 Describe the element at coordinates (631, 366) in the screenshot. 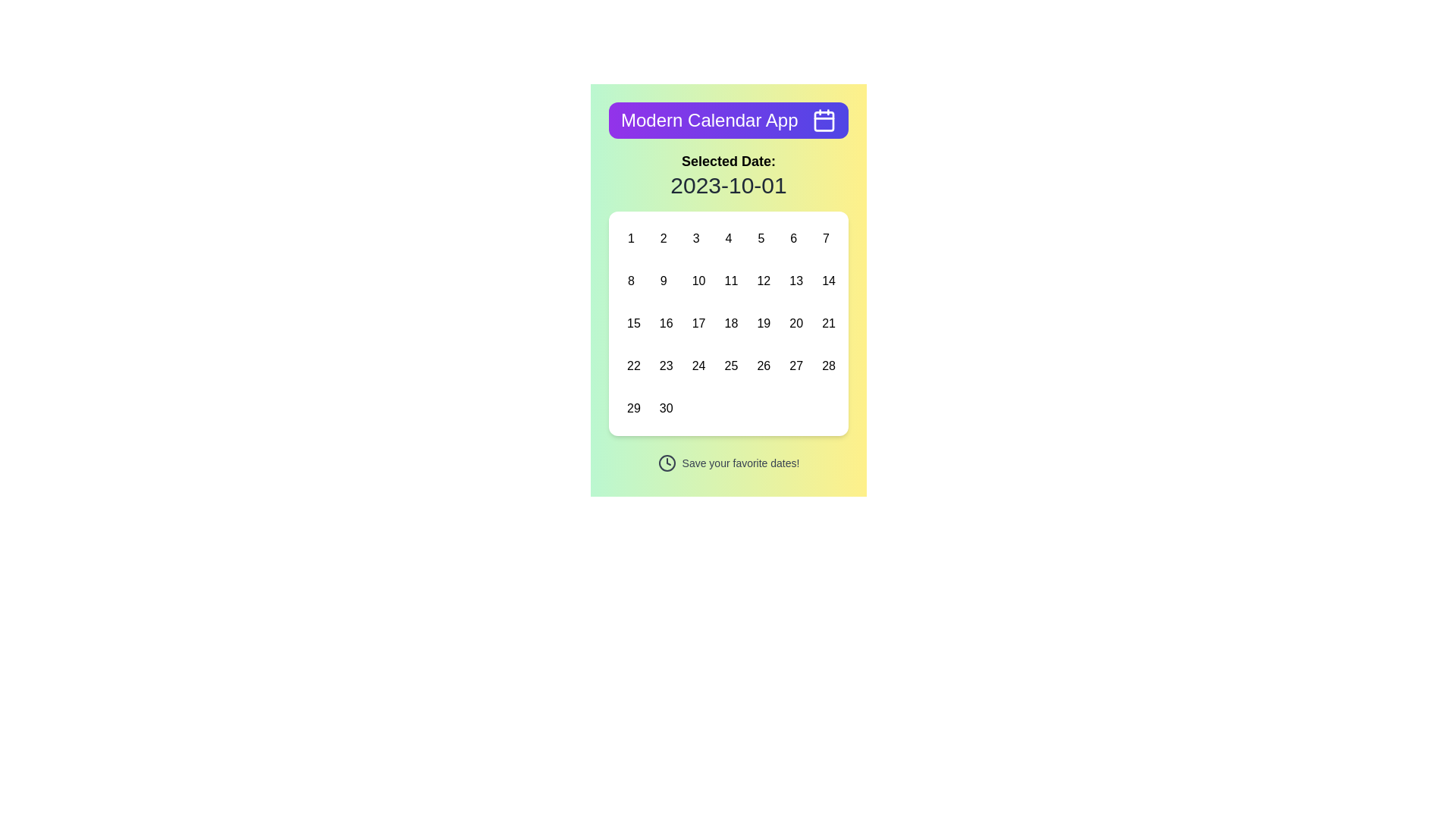

I see `the interactive calendar date cell located in the fourth row and first column of the calendar grid` at that location.